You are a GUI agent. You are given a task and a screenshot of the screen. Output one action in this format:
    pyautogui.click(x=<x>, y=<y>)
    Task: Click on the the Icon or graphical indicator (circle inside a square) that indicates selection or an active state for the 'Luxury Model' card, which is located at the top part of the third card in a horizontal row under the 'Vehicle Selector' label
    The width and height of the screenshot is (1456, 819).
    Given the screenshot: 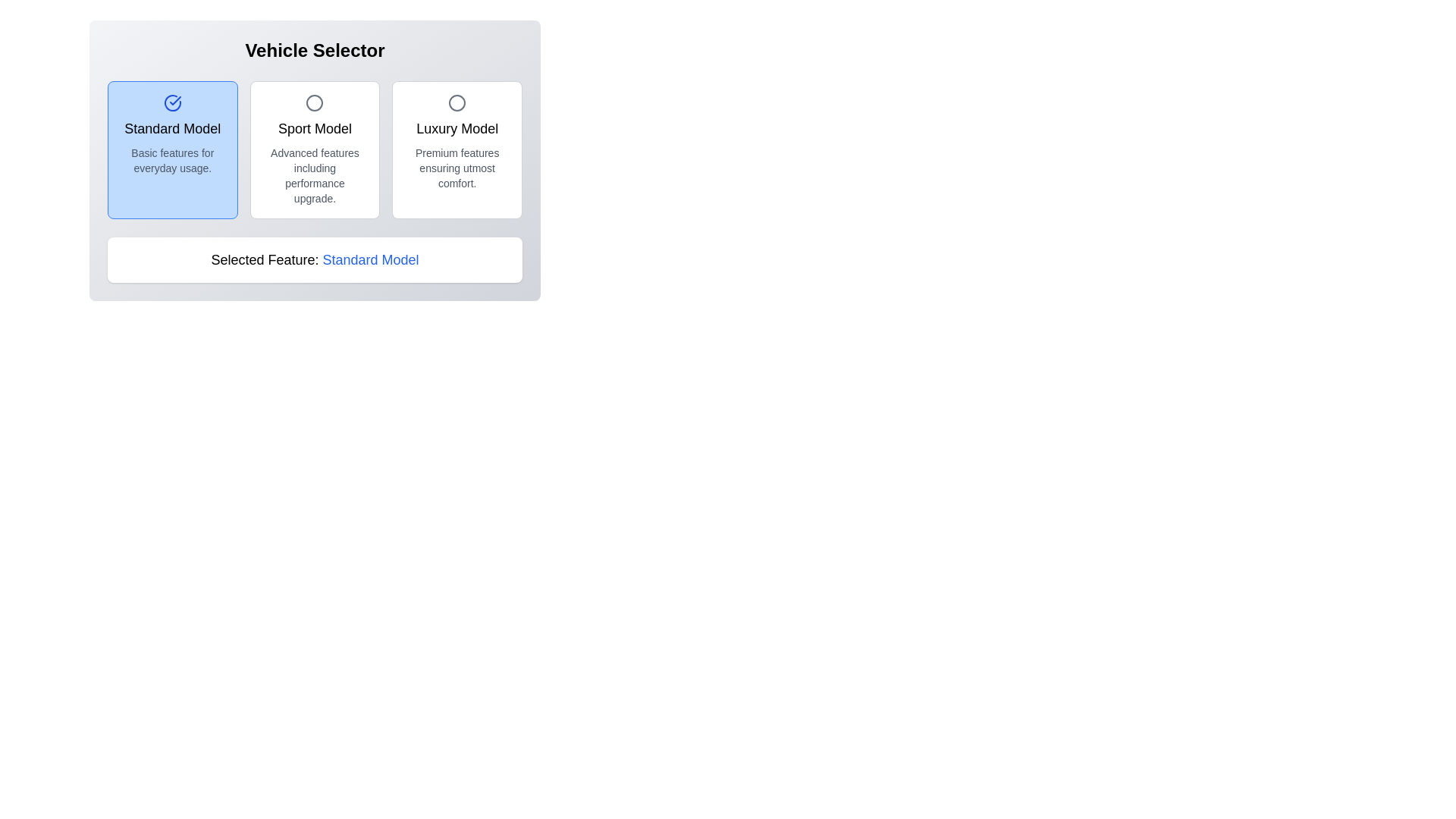 What is the action you would take?
    pyautogui.click(x=457, y=102)
    